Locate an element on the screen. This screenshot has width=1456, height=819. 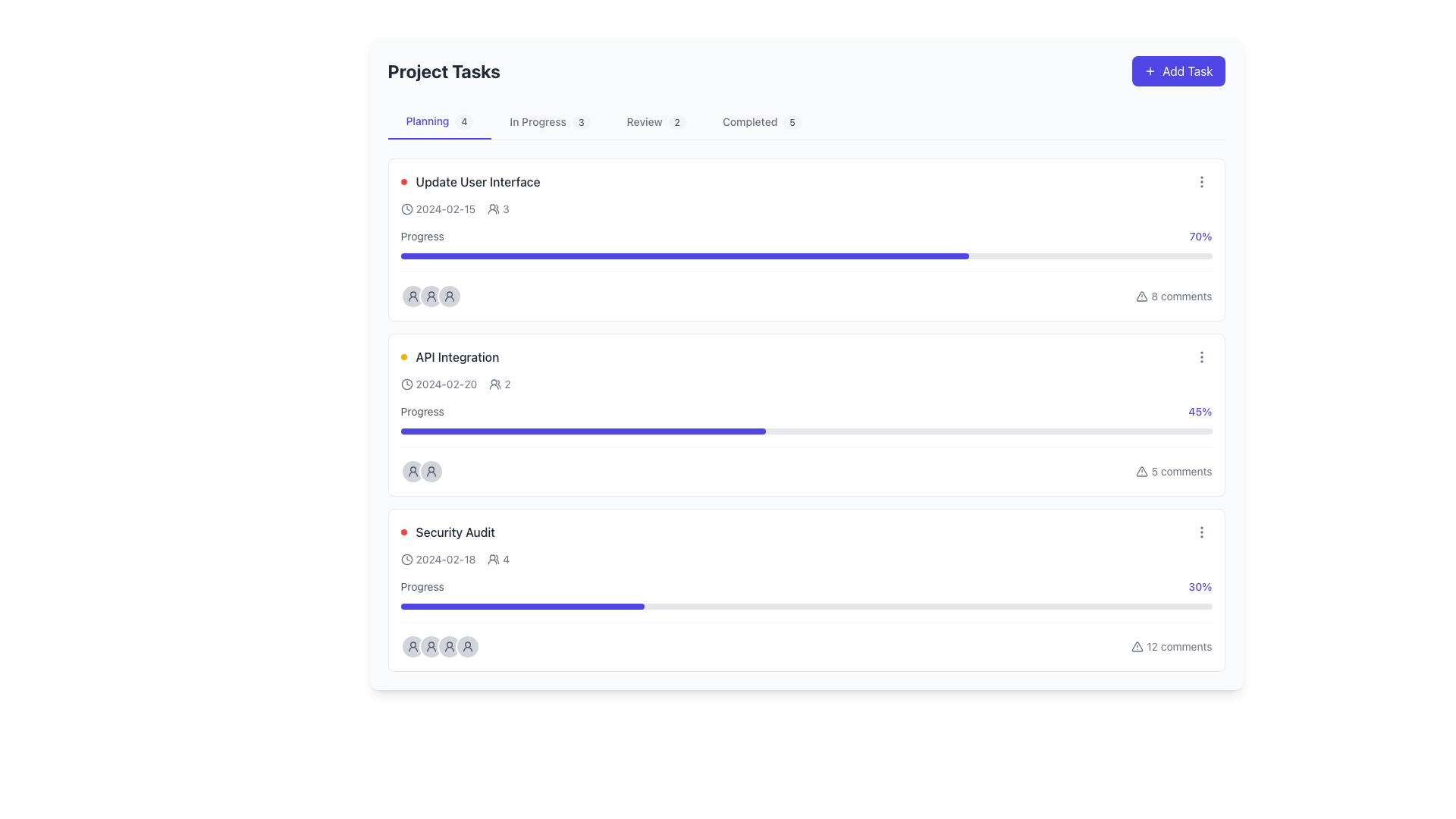
the task title display with status indicator located in the third task card from the top in the project tasks list is located at coordinates (447, 532).